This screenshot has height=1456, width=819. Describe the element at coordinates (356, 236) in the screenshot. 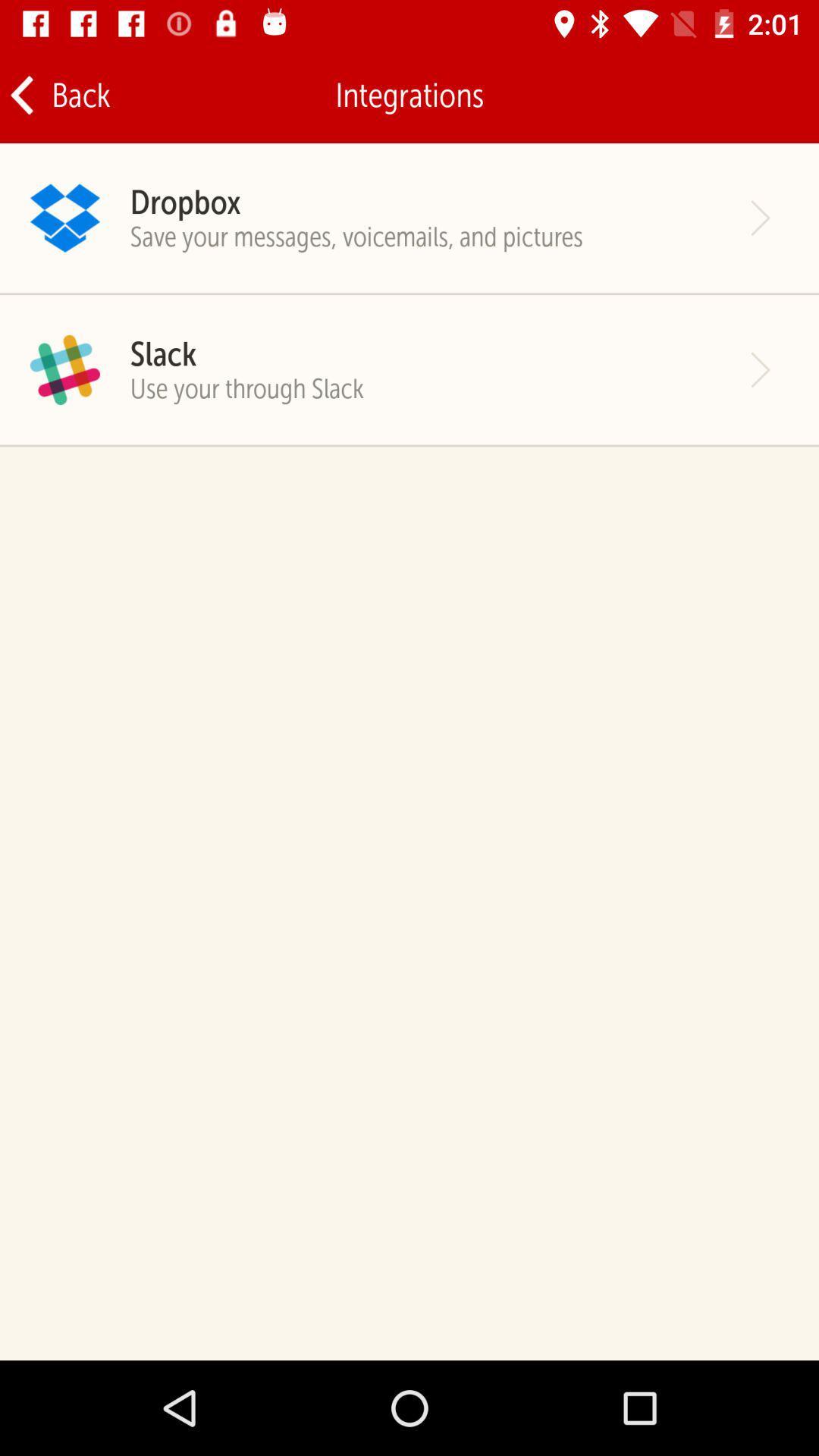

I see `icon above the slack` at that location.